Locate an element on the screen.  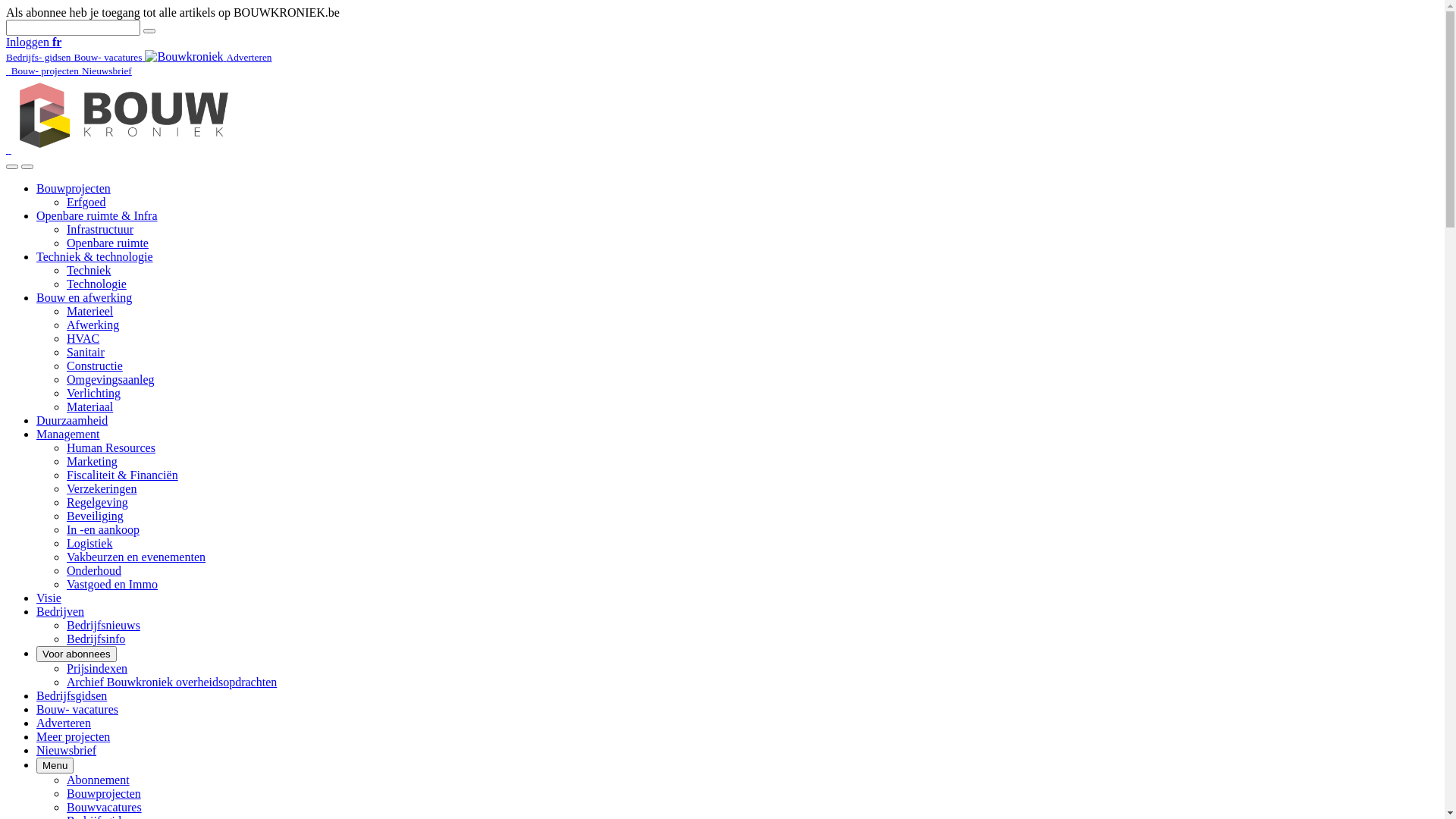
'Abonnement' is located at coordinates (97, 780).